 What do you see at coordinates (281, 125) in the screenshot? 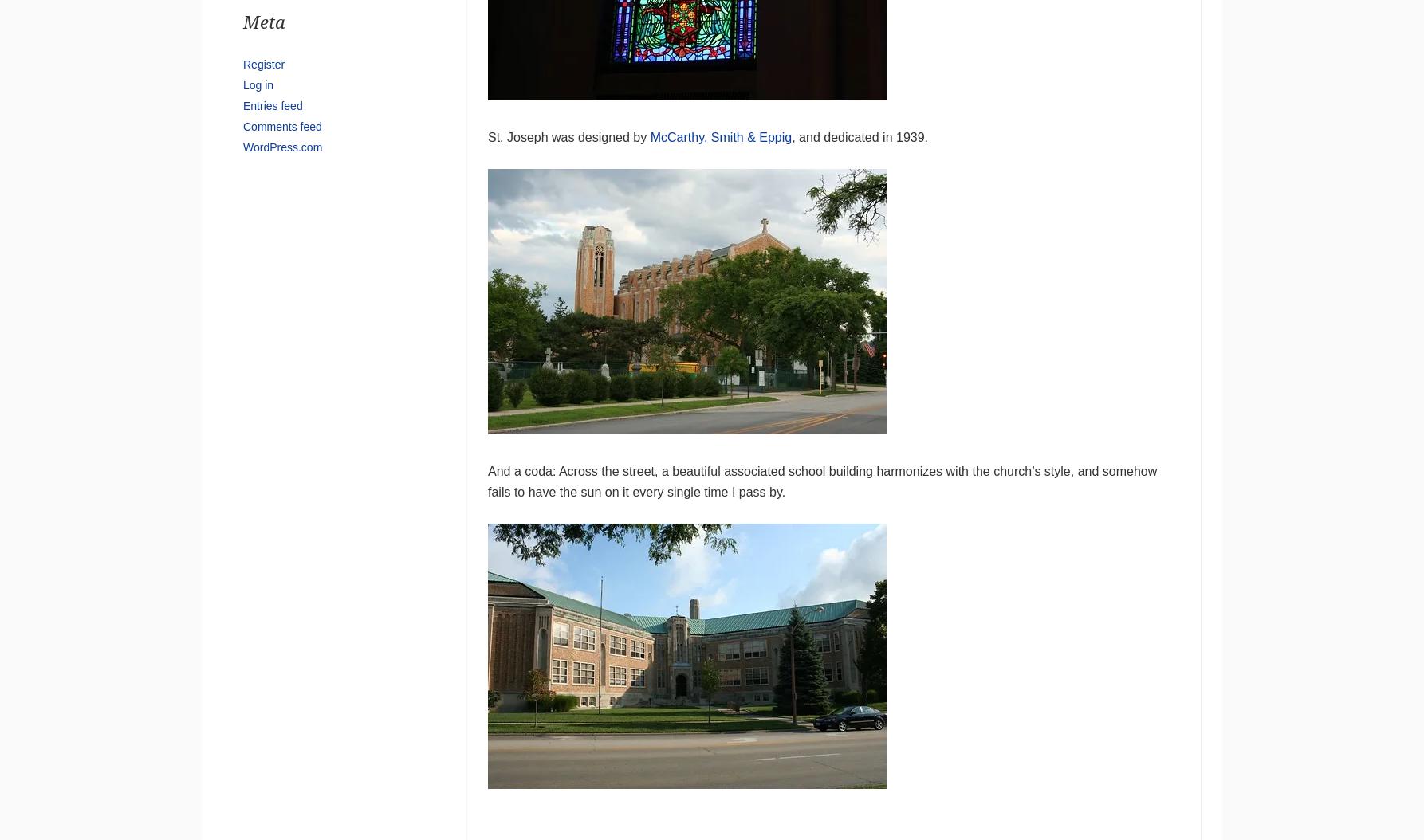
I see `'Comments feed'` at bounding box center [281, 125].